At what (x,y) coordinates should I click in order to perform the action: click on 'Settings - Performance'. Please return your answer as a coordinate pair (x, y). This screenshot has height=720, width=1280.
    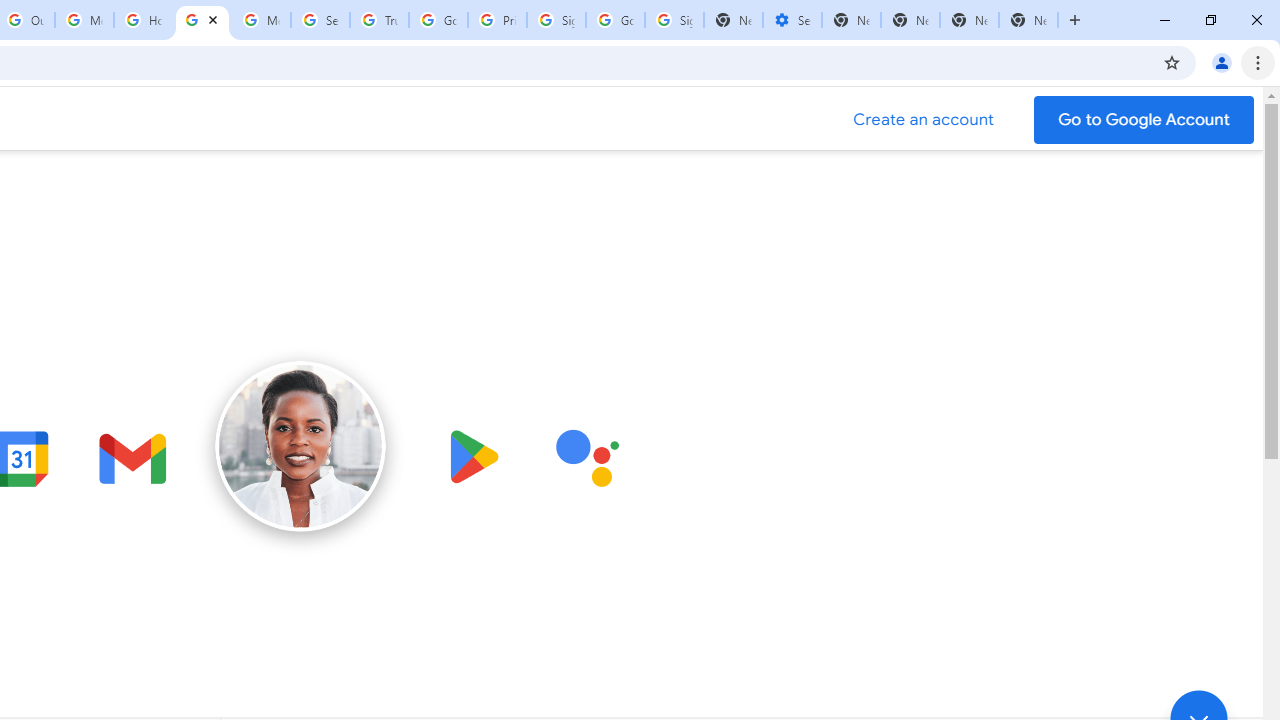
    Looking at the image, I should click on (791, 20).